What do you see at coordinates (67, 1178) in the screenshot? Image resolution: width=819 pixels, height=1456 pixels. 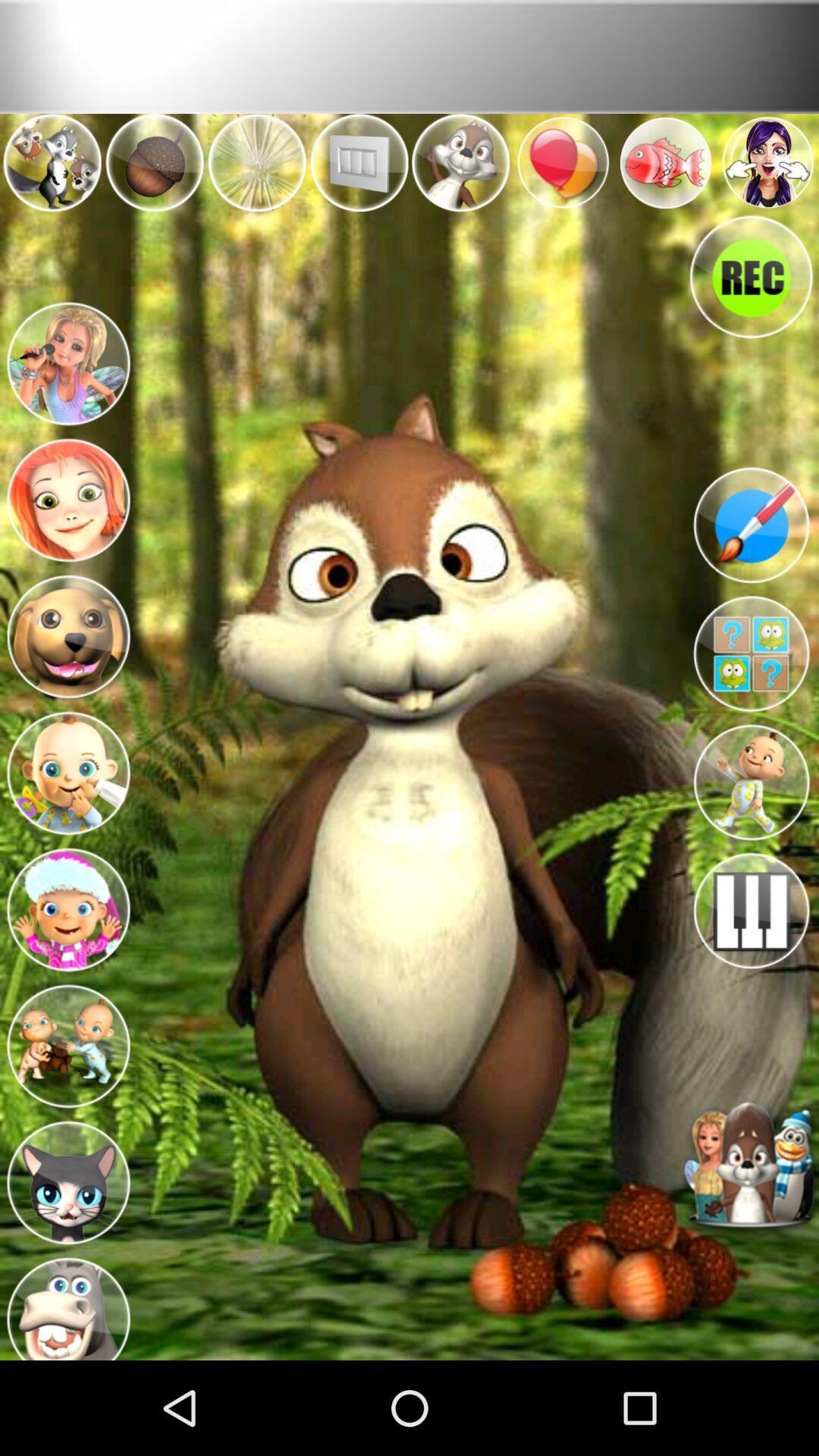 I see `change character` at bounding box center [67, 1178].